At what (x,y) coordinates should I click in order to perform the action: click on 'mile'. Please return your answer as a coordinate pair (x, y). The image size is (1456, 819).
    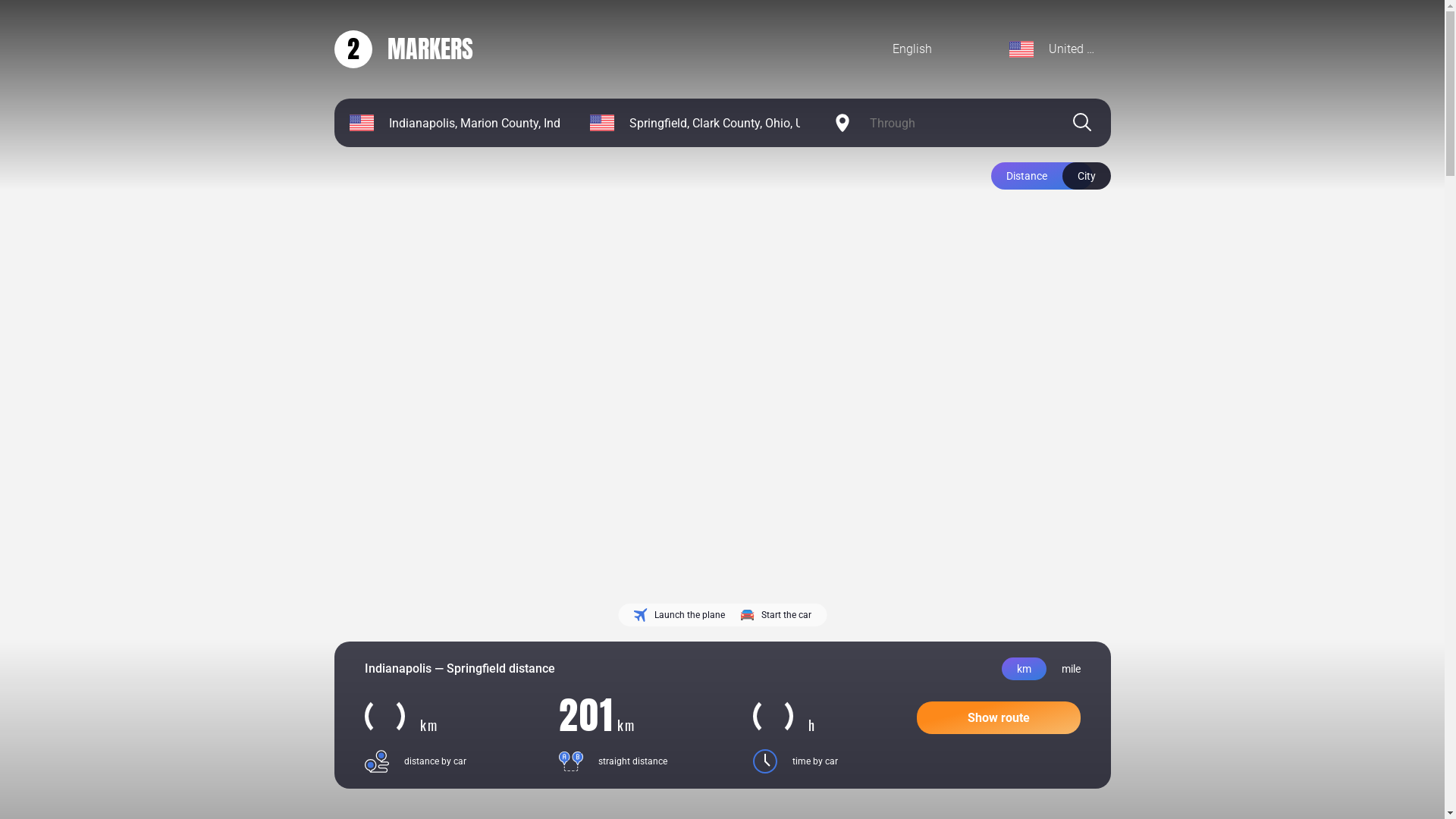
    Looking at the image, I should click on (1070, 668).